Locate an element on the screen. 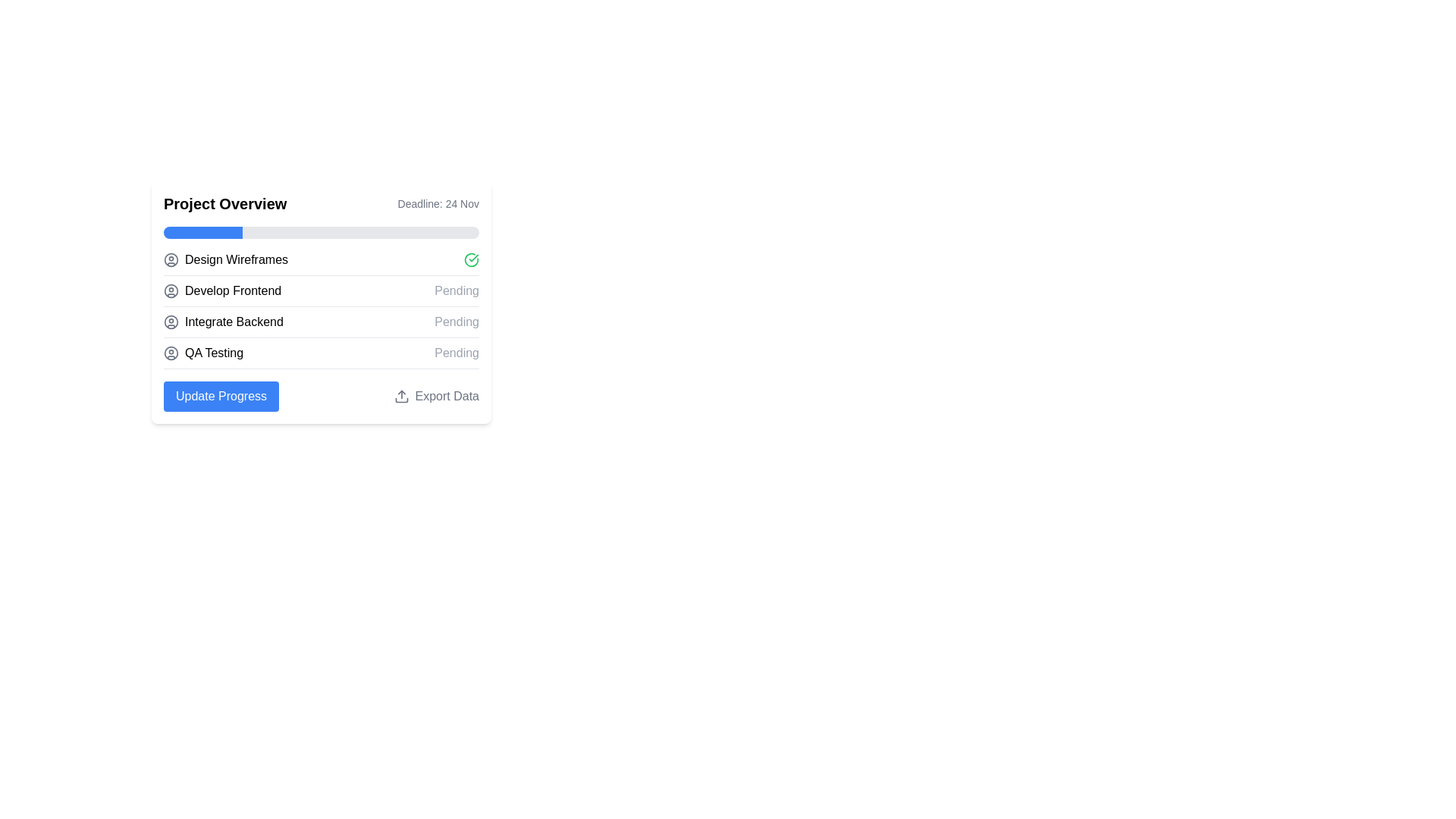 This screenshot has height=819, width=1456. the position of the 'Develop Frontend' task label is located at coordinates (221, 291).